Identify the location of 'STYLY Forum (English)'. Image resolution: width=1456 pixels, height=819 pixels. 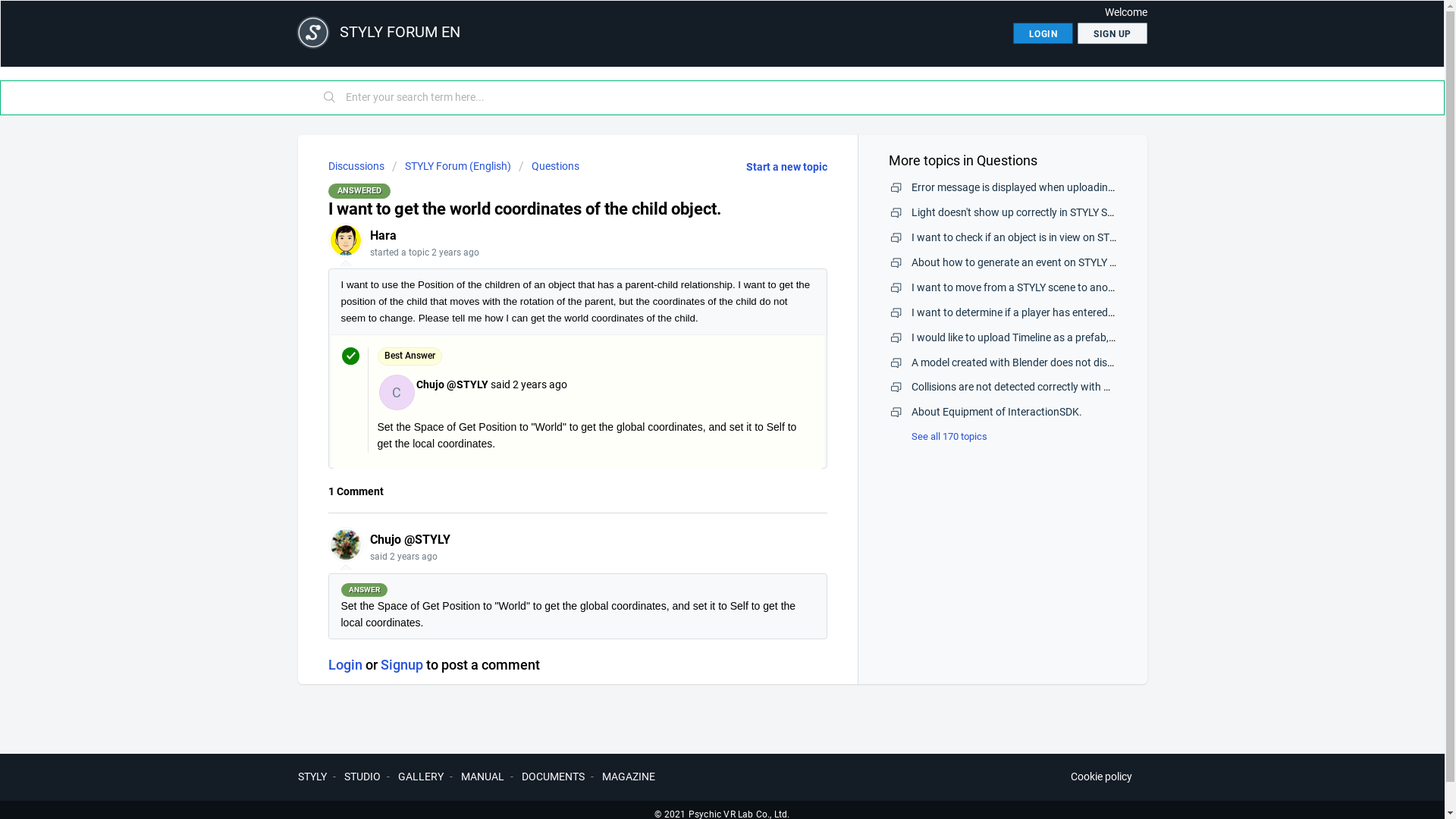
(450, 166).